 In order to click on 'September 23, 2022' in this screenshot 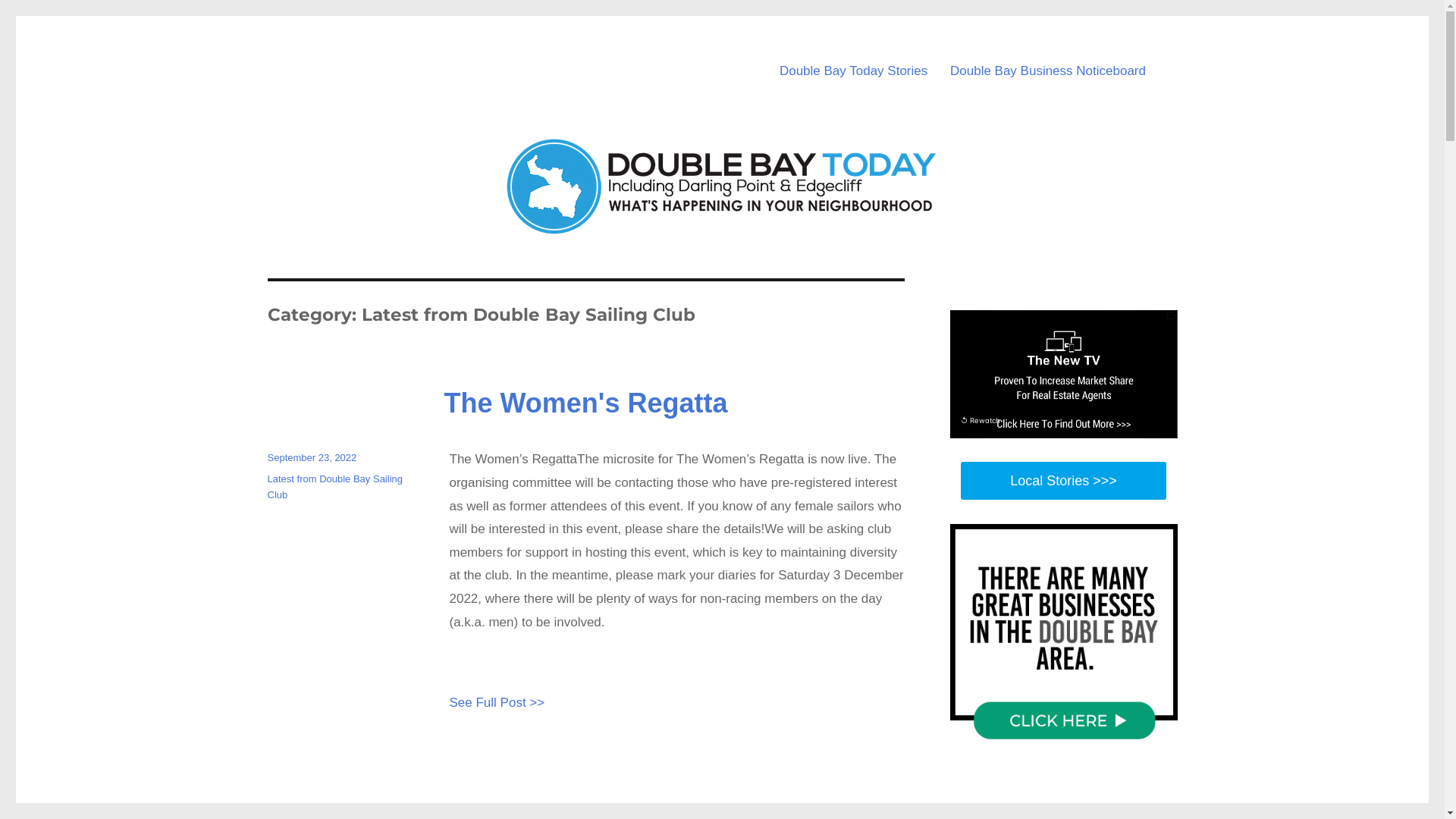, I will do `click(266, 457)`.